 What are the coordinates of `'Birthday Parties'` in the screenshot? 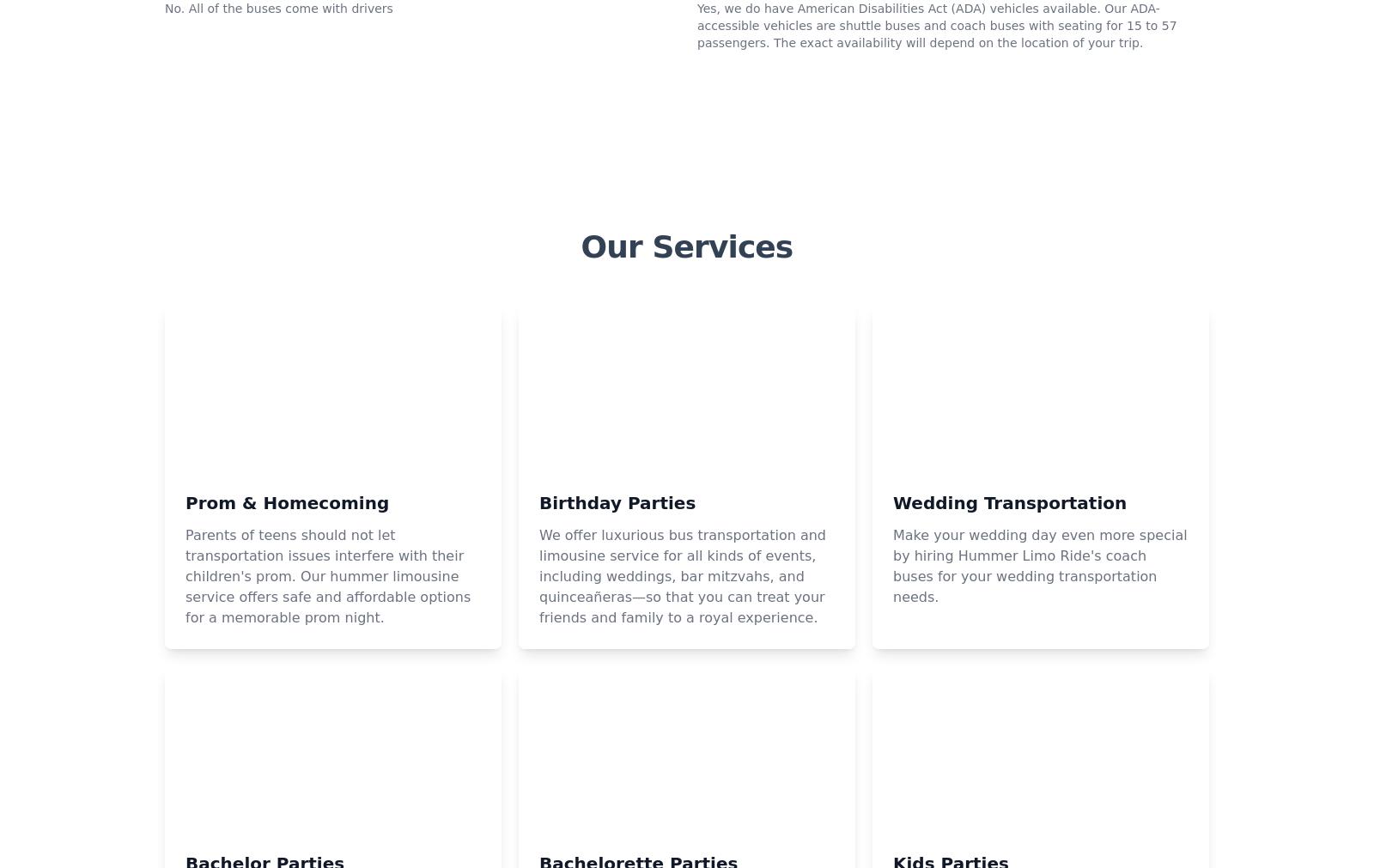 It's located at (617, 731).